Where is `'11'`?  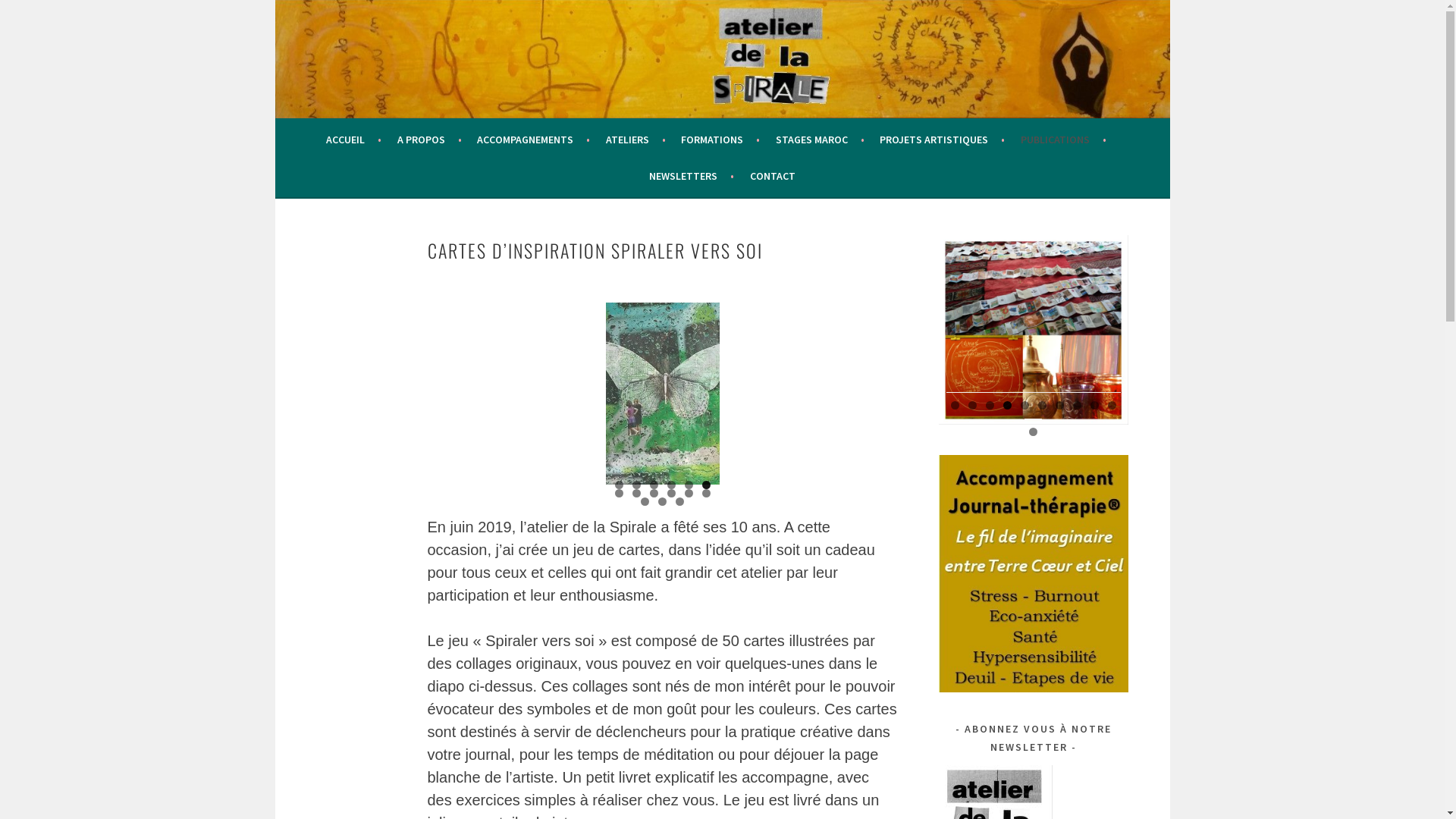 '11' is located at coordinates (687, 493).